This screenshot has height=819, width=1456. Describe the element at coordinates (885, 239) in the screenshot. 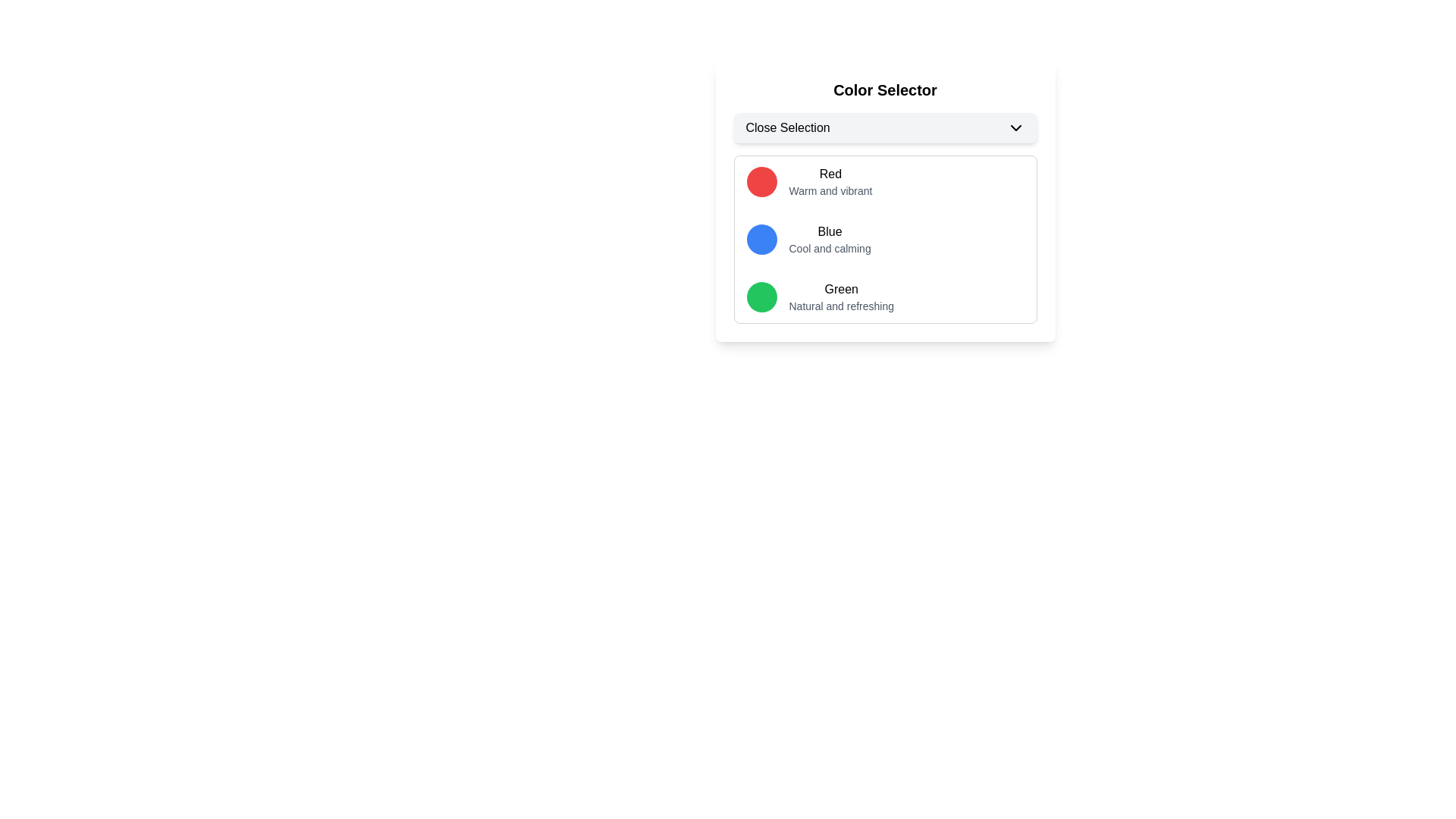

I see `the color selection menu item` at that location.